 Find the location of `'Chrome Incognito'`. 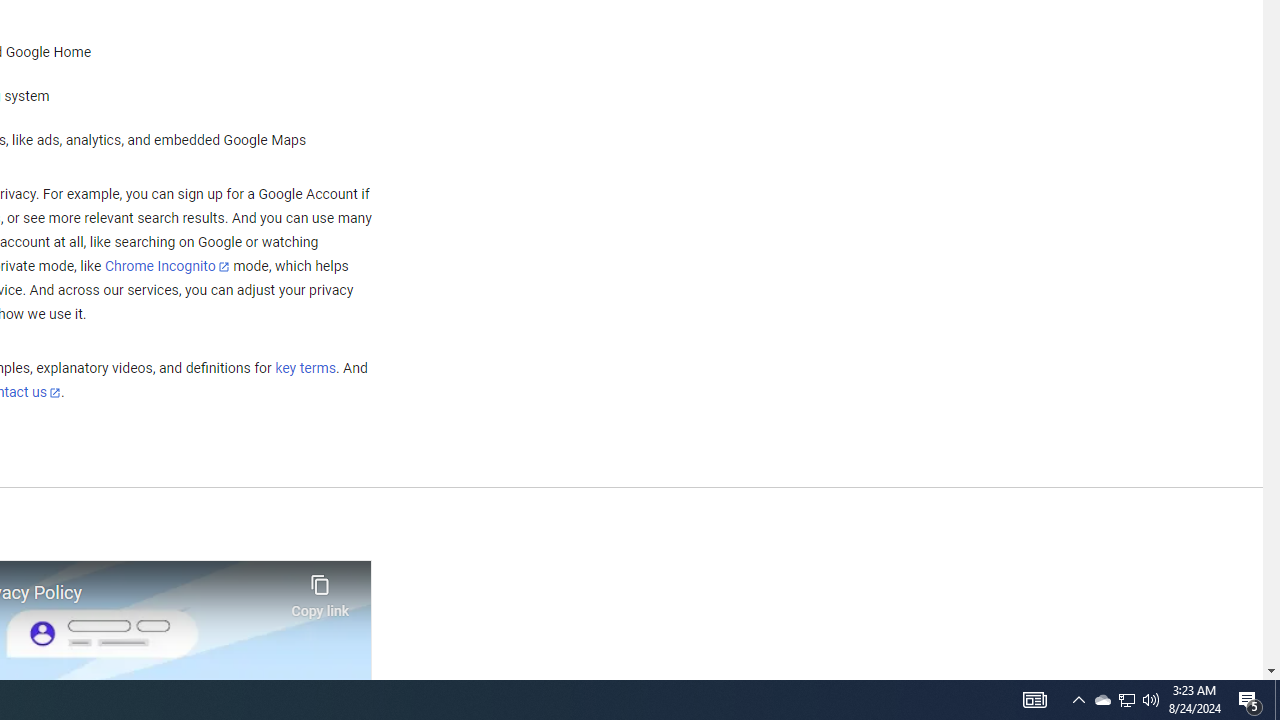

'Chrome Incognito' is located at coordinates (167, 265).